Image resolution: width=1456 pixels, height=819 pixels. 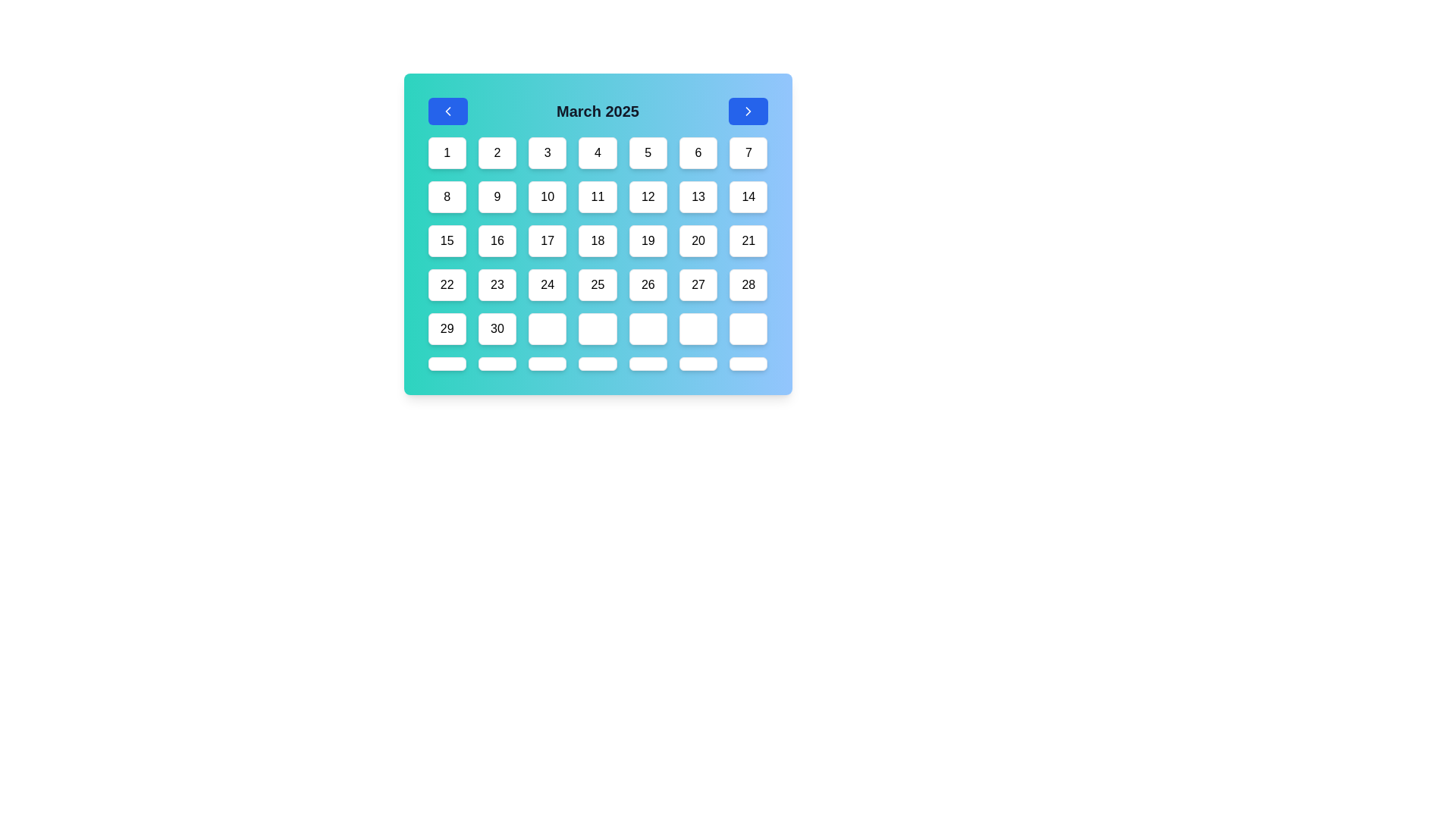 What do you see at coordinates (648, 328) in the screenshot?
I see `the rectangular button with a white background and rounded corners located in the fifth column of the fifth row in a grid layout` at bounding box center [648, 328].